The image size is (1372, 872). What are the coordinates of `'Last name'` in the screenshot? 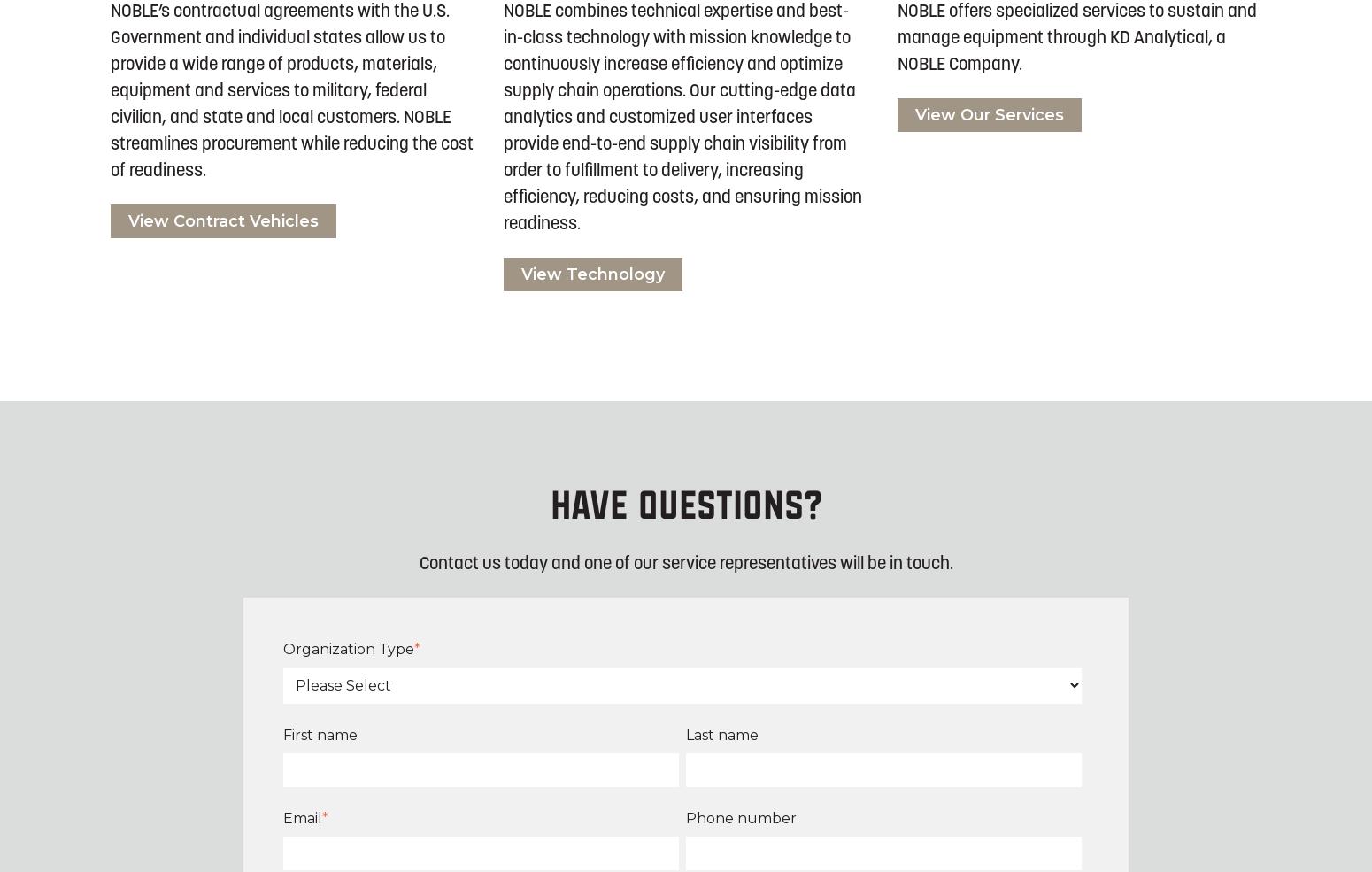 It's located at (721, 733).